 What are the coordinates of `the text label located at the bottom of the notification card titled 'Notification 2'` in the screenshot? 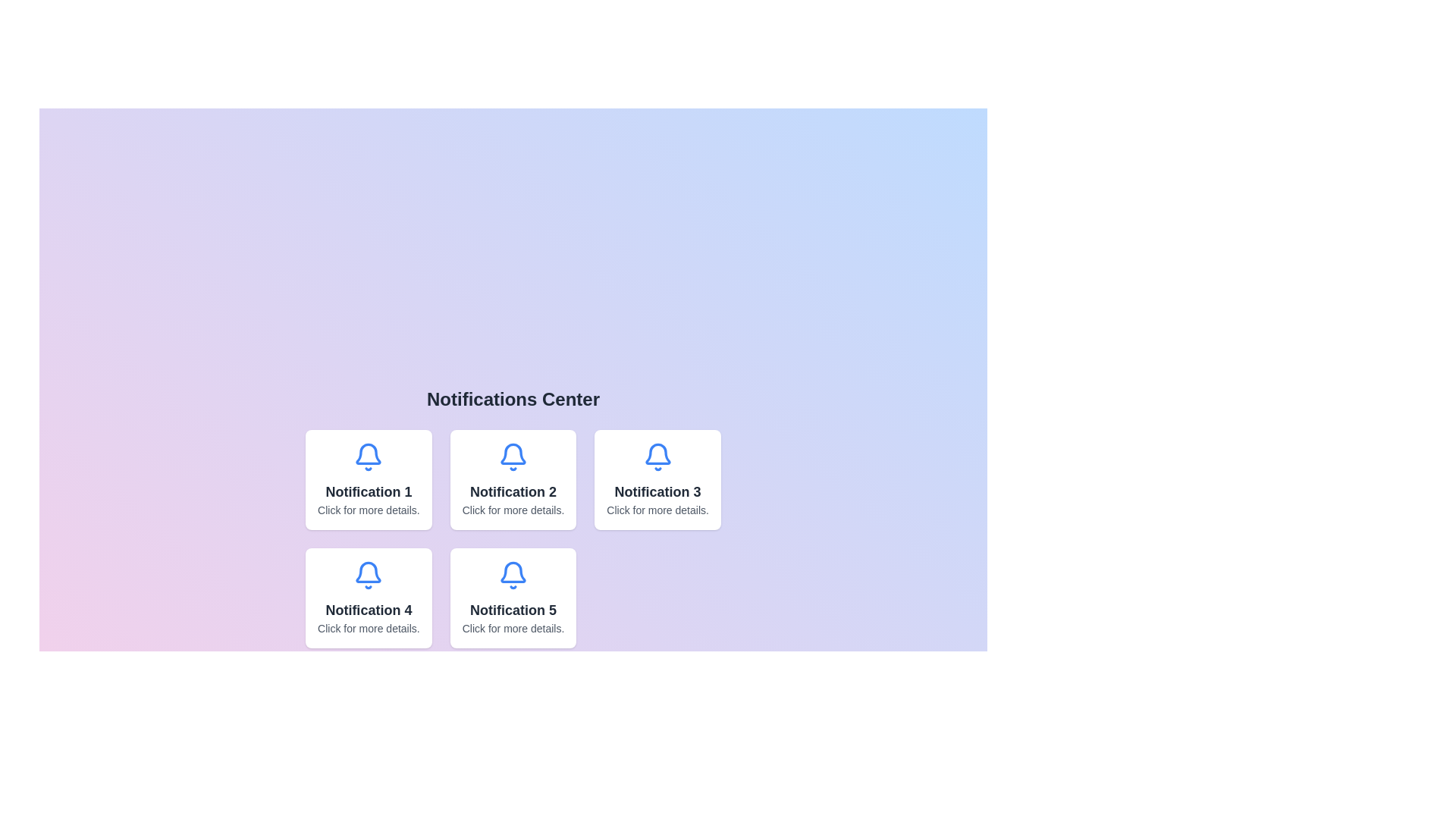 It's located at (513, 510).